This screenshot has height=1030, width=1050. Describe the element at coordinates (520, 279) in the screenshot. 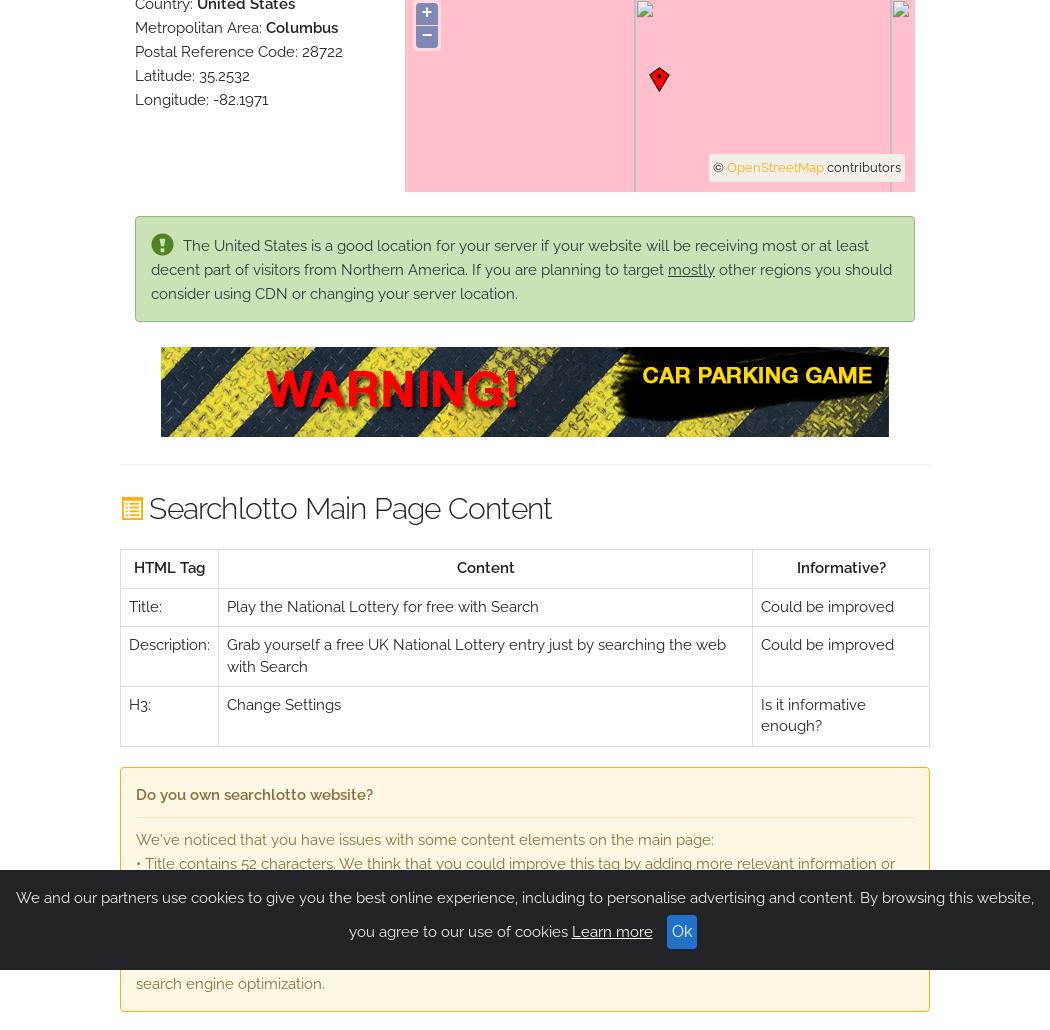

I see `'other regions you should consider using CDN or changing your server location.'` at that location.